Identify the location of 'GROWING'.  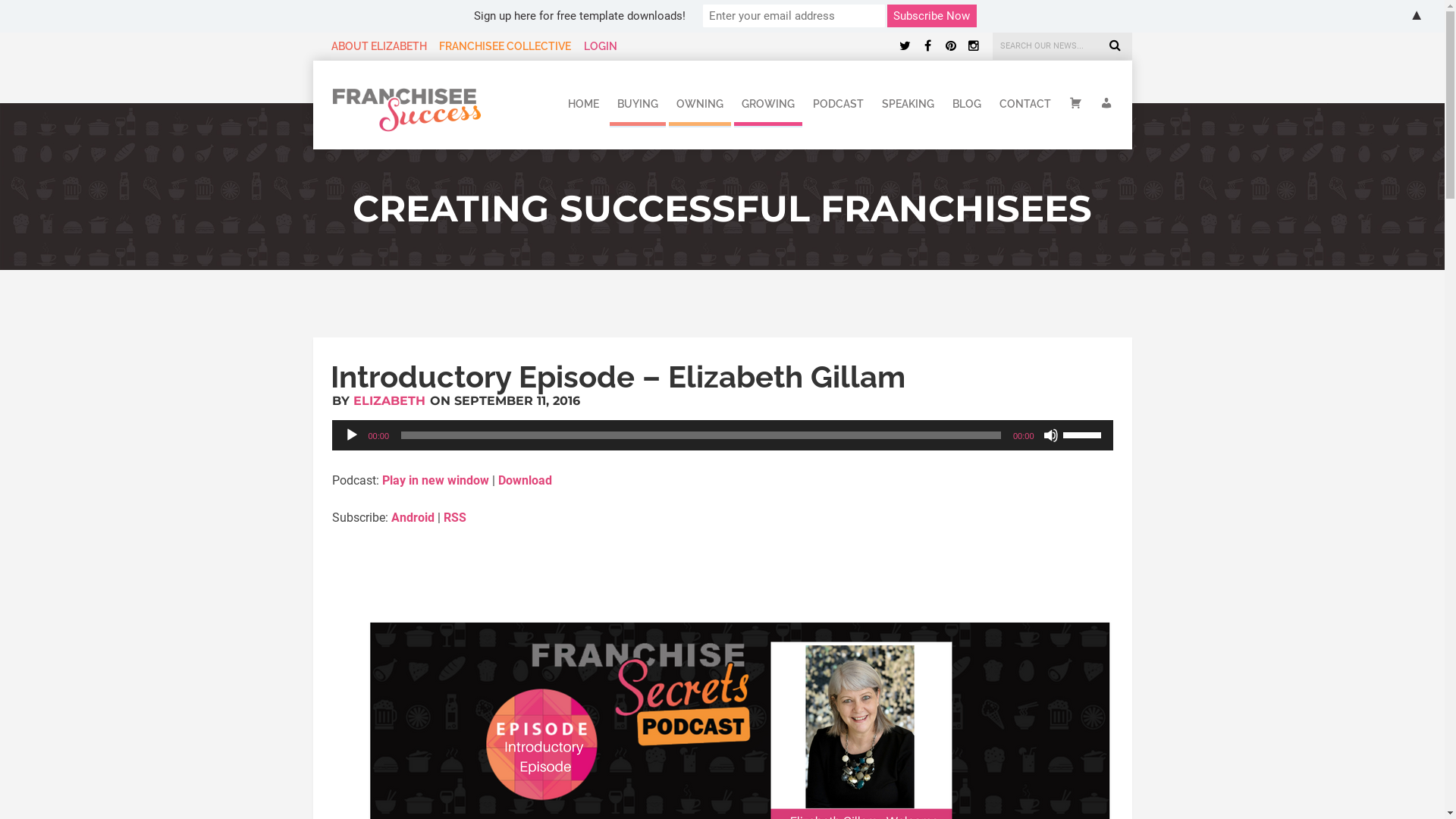
(767, 100).